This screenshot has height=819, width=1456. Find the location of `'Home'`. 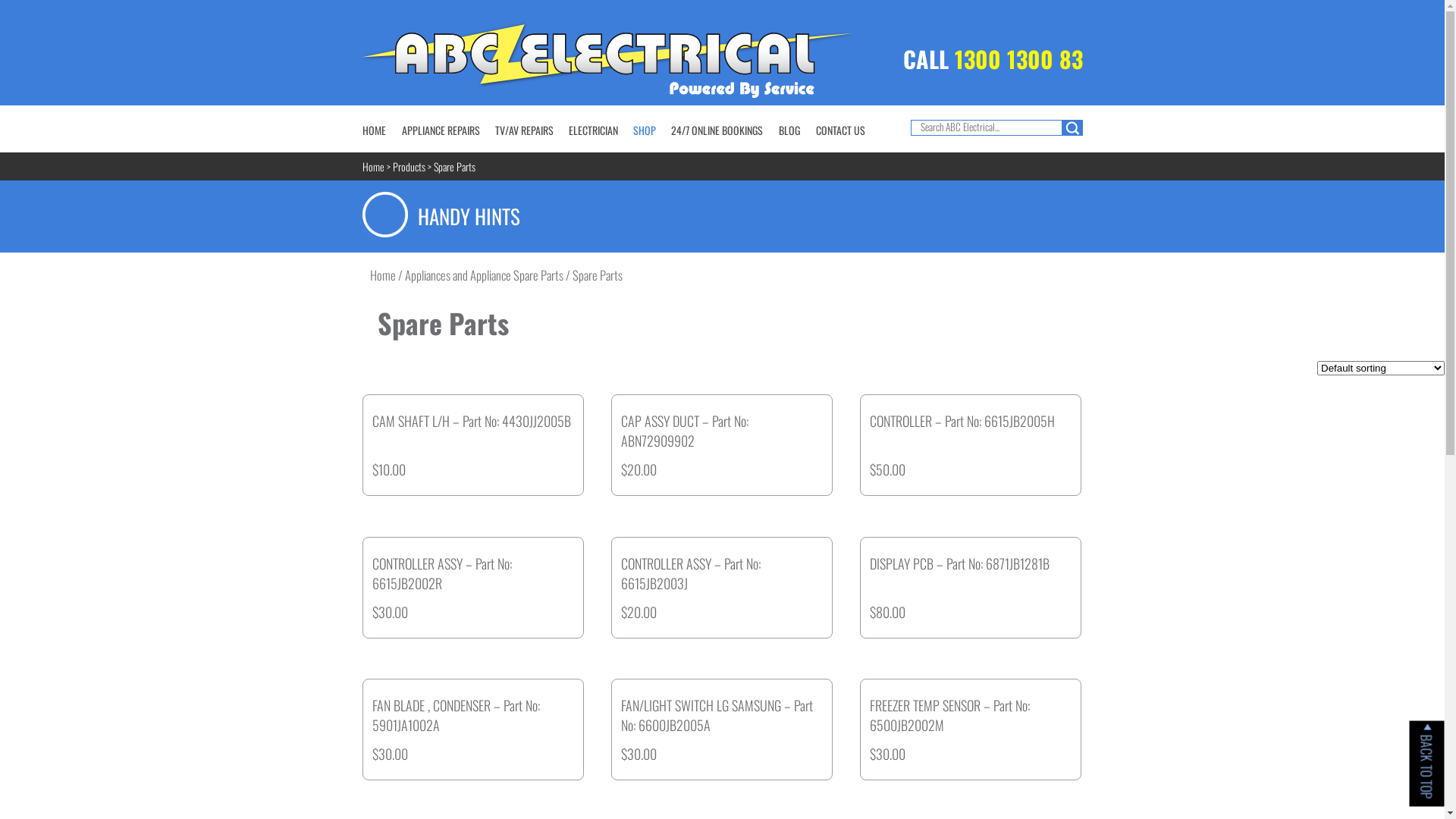

'Home' is located at coordinates (373, 166).